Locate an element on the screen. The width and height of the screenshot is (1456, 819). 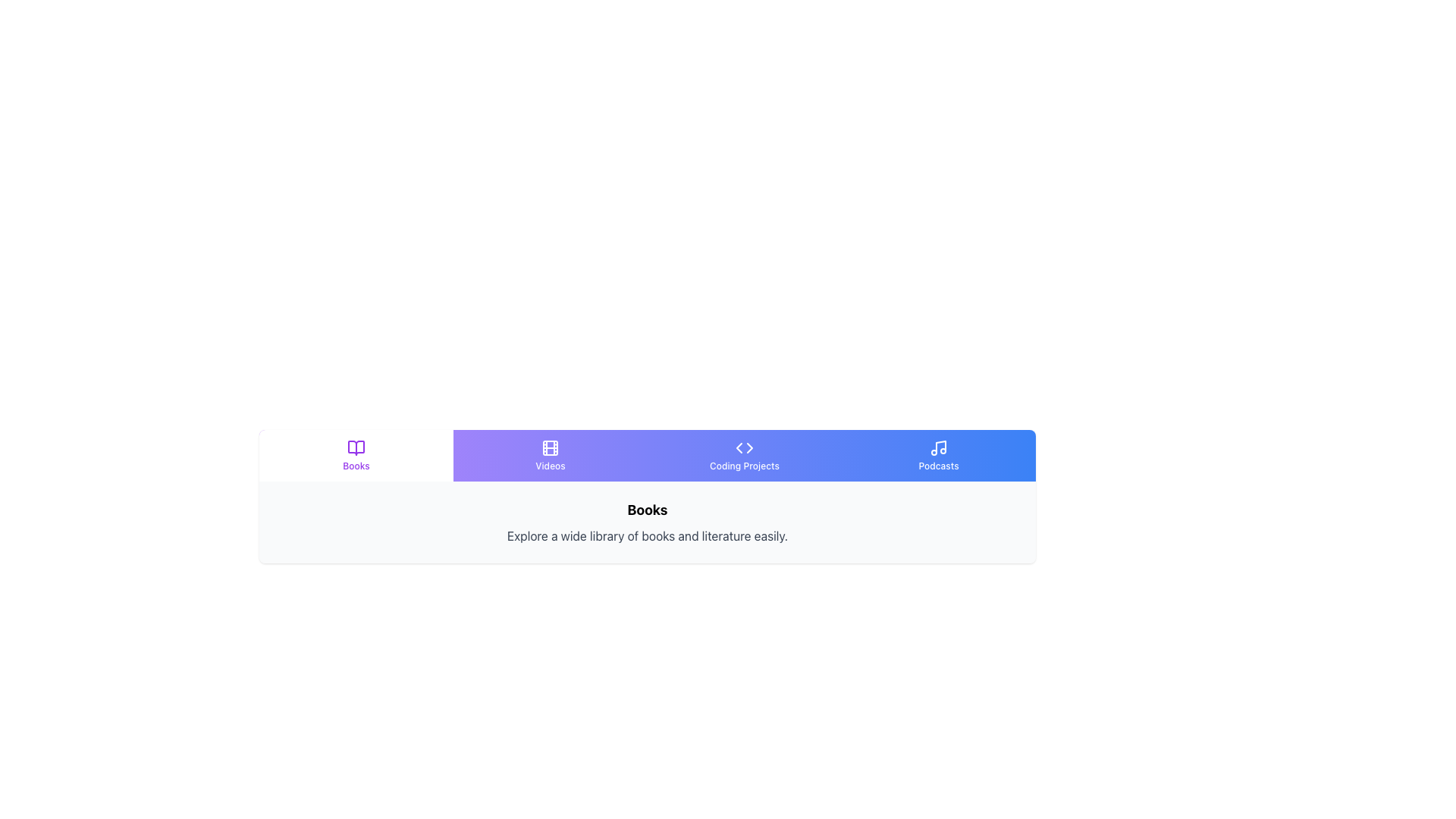
the SVG Rectangle that represents the 'Videos' icon, which enhances the depiction of a film strip and is located in the navigation bar is located at coordinates (549, 447).